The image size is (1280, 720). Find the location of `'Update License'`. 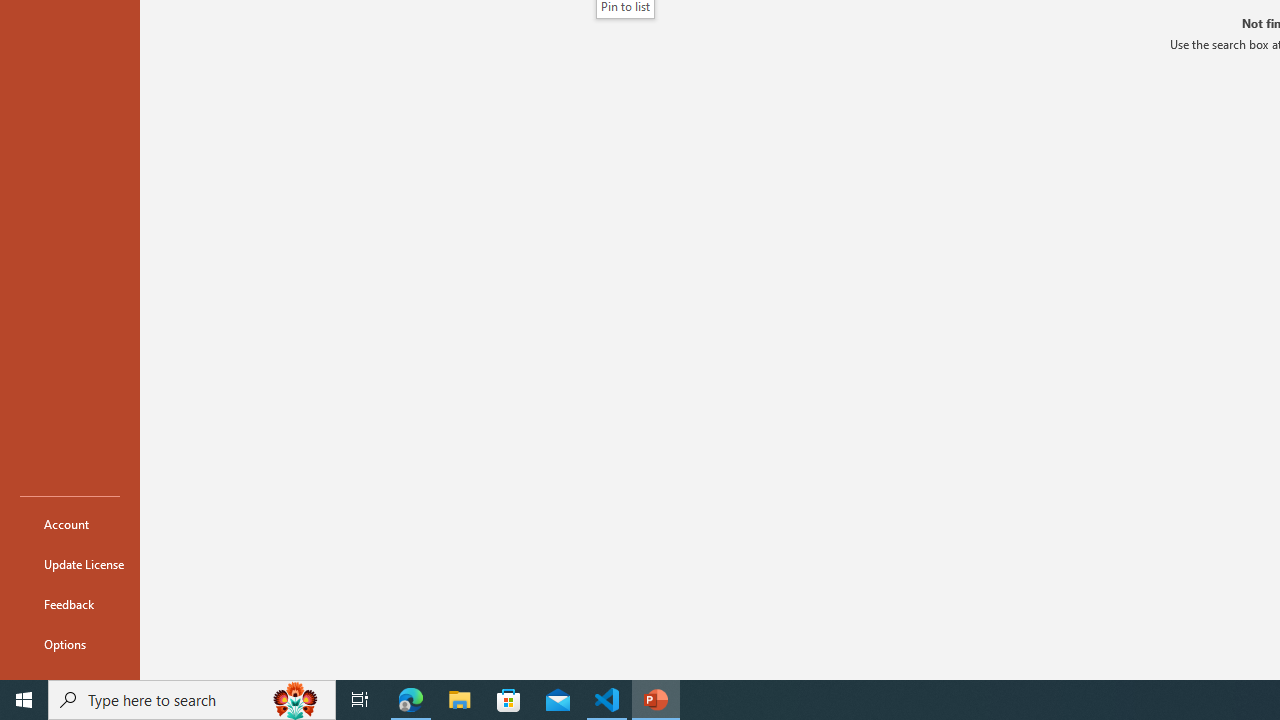

'Update License' is located at coordinates (69, 564).